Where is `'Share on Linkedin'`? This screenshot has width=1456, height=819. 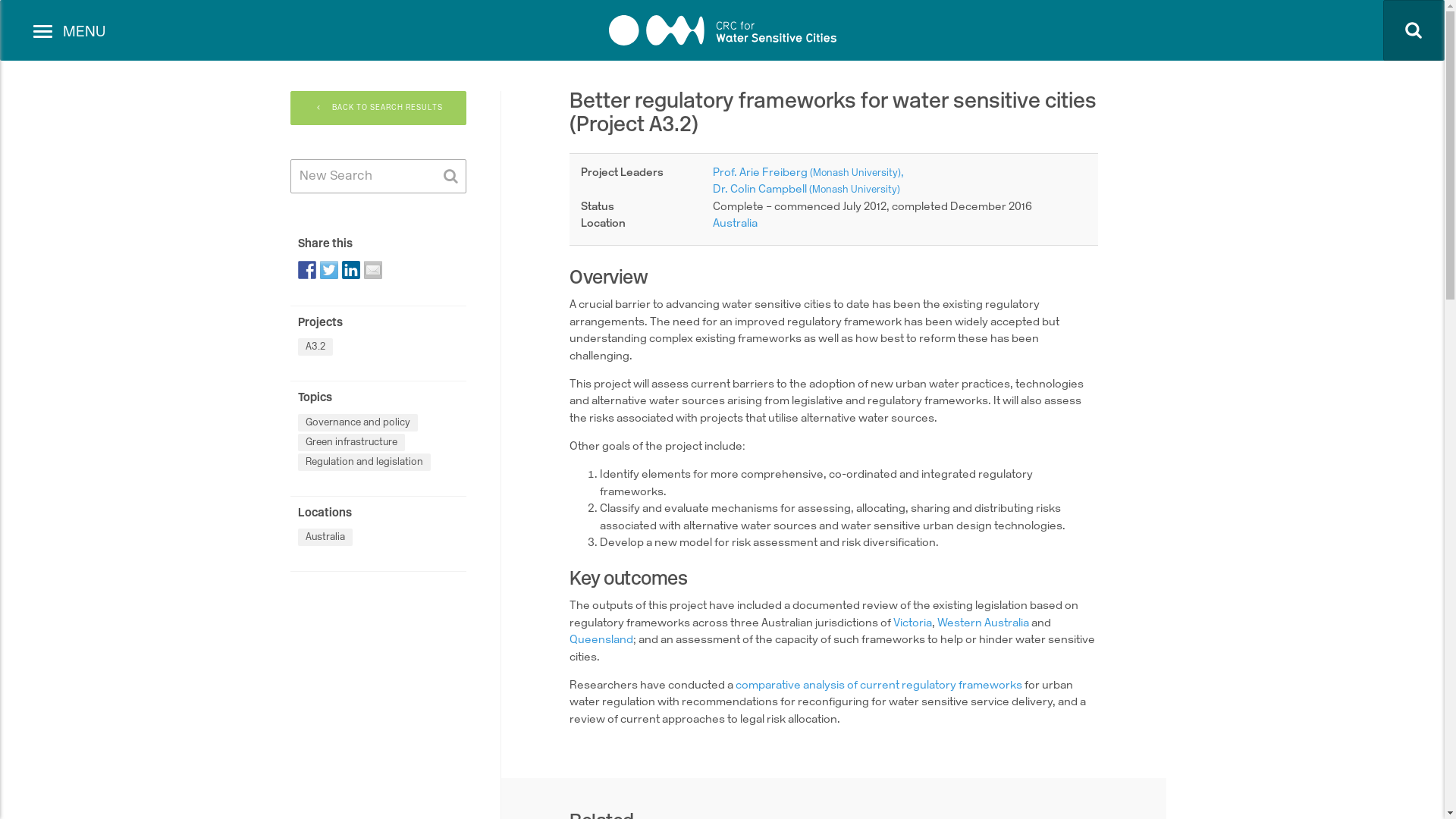
'Share on Linkedin' is located at coordinates (340, 268).